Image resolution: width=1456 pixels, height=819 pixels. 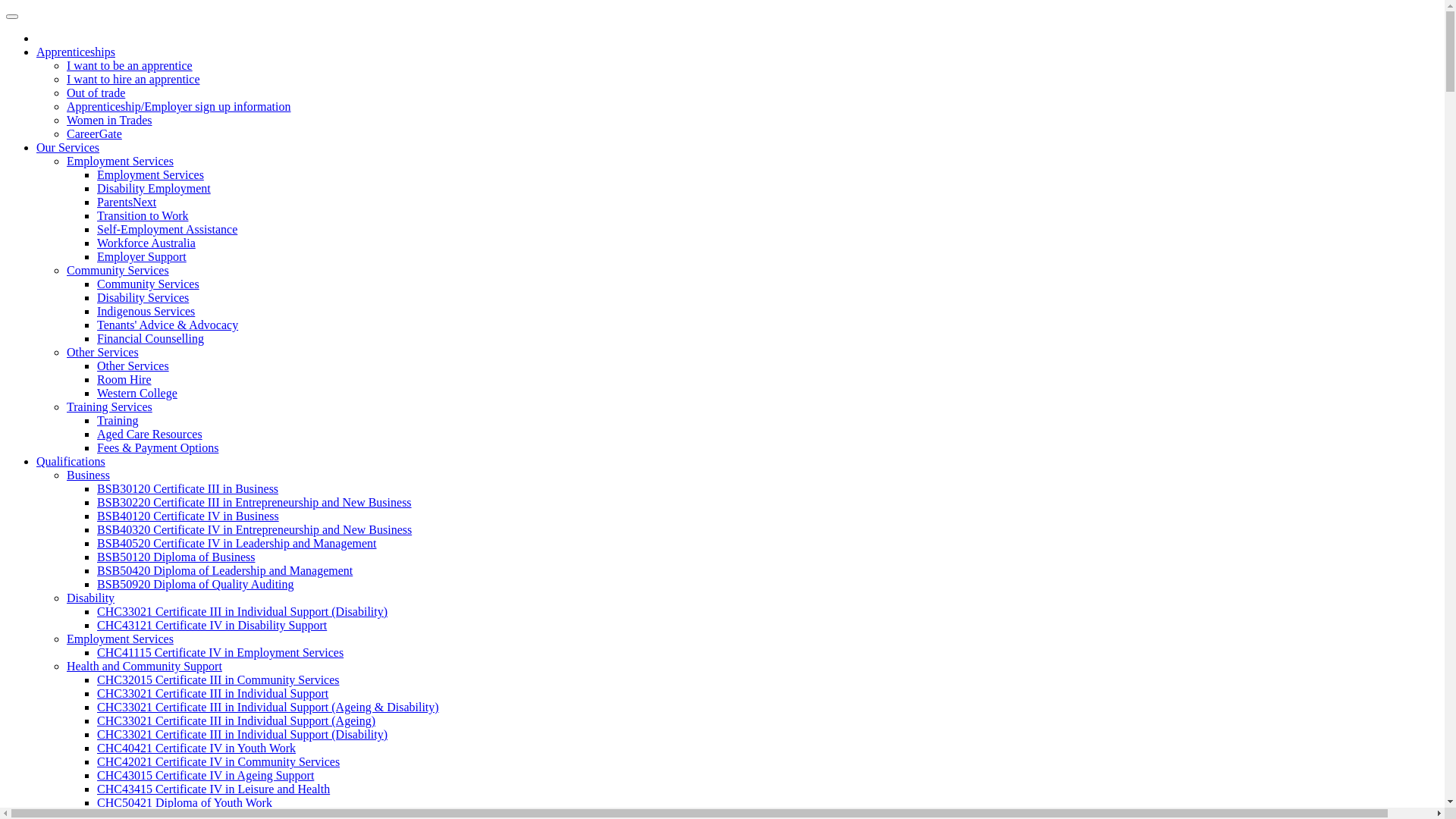 What do you see at coordinates (67, 147) in the screenshot?
I see `'Our Services'` at bounding box center [67, 147].